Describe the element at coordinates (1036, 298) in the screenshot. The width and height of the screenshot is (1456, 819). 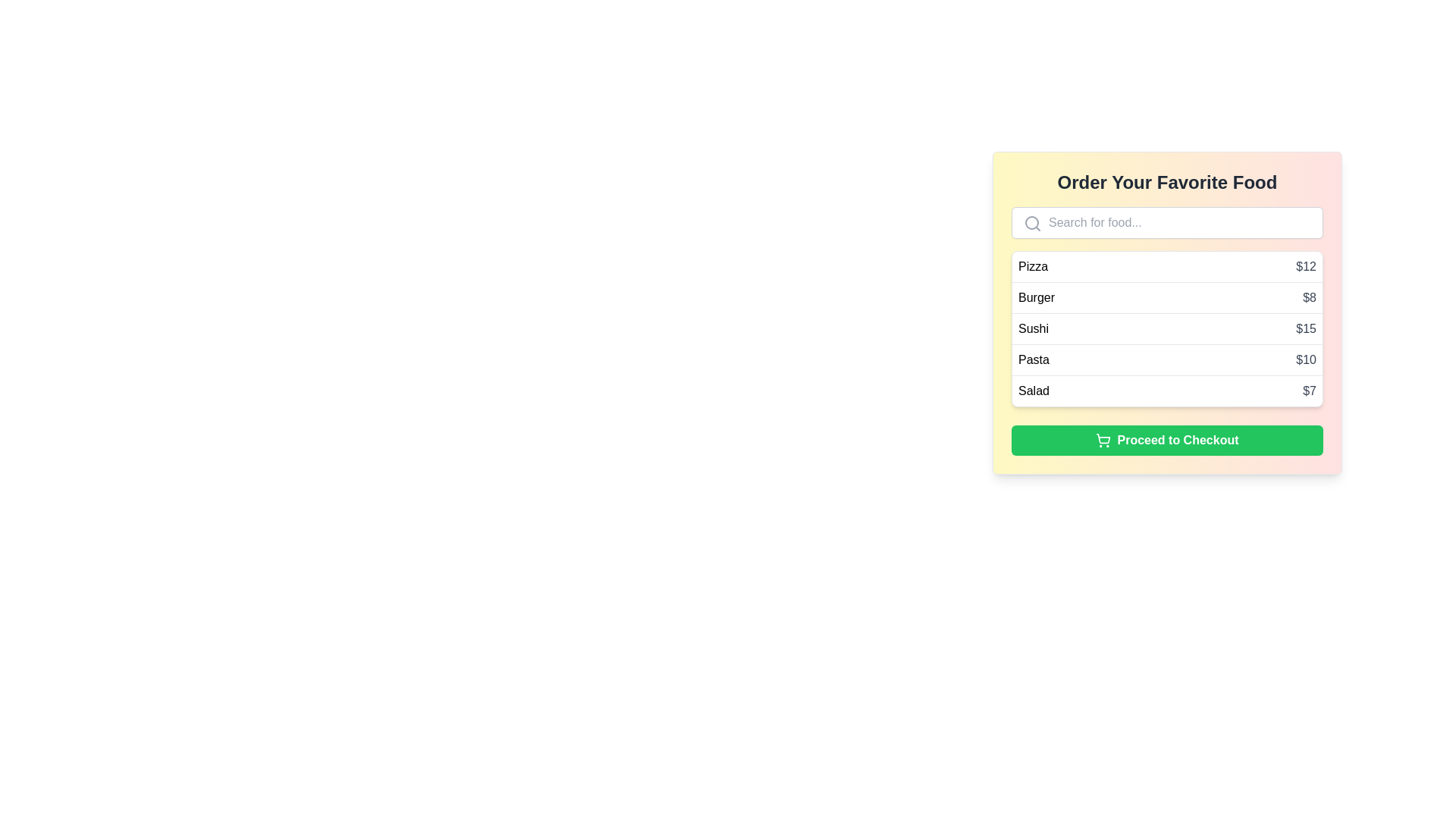
I see `the static text label that reads 'Burger', located between 'Pizza $12' and 'Sushi $15' in the menu list` at that location.